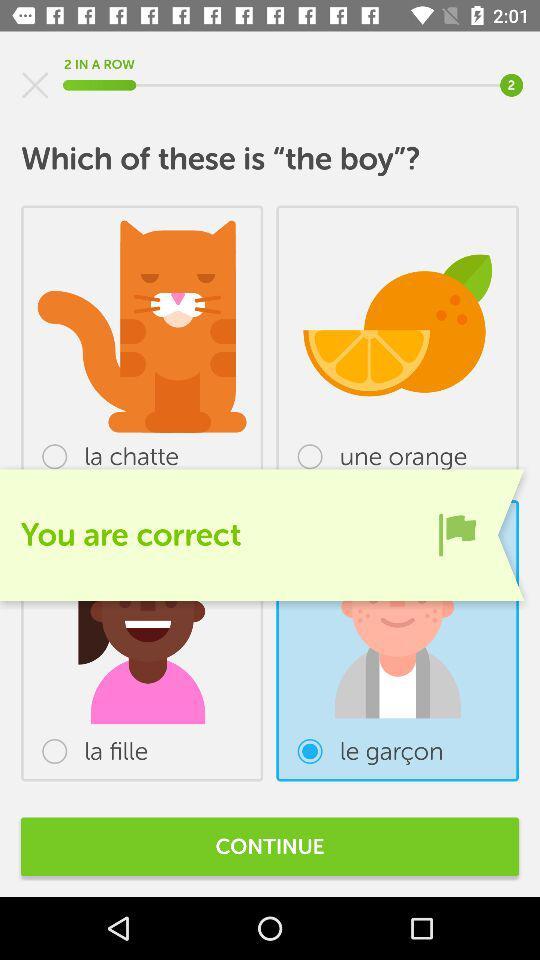  Describe the element at coordinates (457, 533) in the screenshot. I see `the item below the une orange item` at that location.